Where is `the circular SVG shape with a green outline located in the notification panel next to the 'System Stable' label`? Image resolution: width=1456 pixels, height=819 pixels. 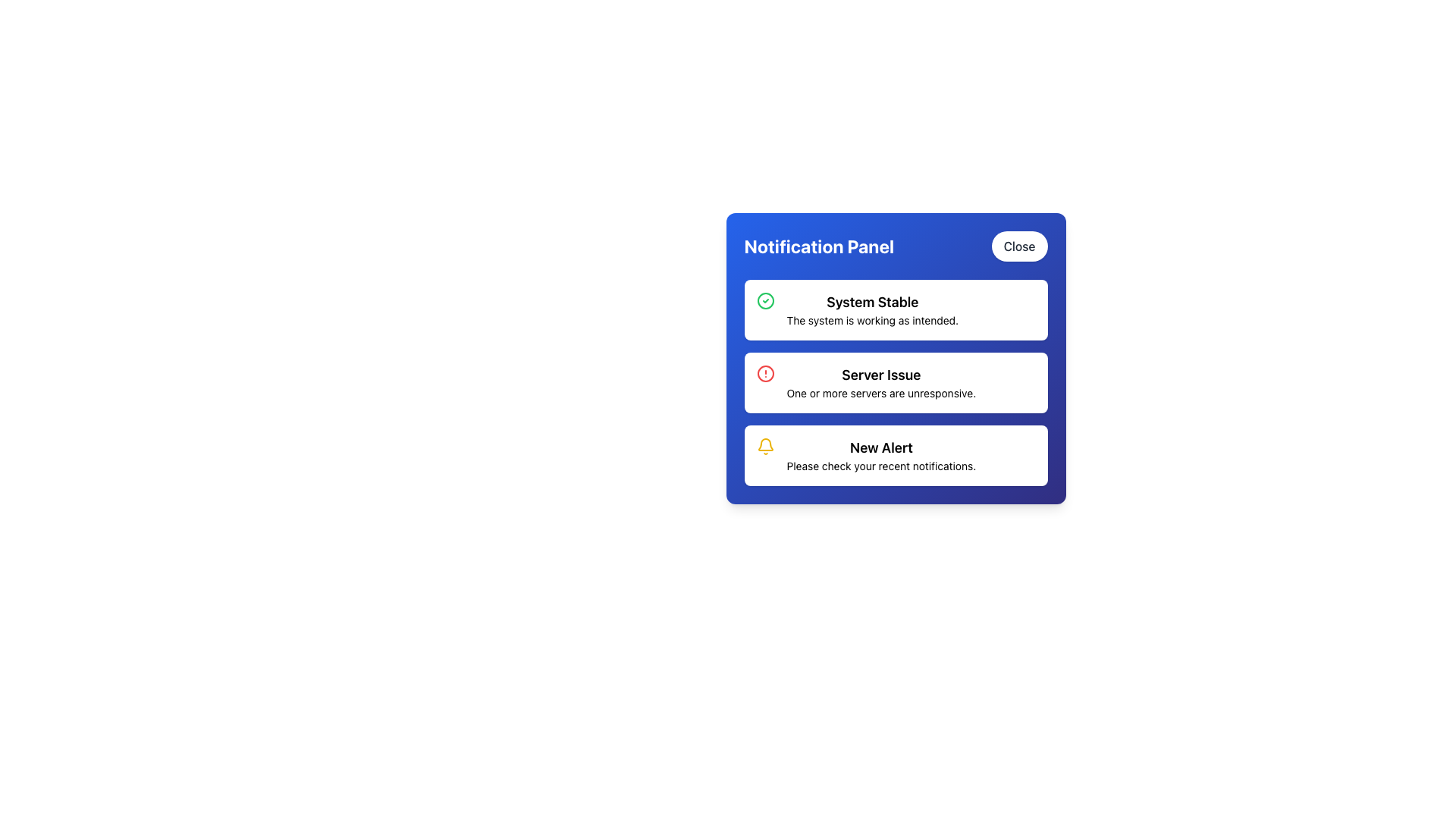
the circular SVG shape with a green outline located in the notification panel next to the 'System Stable' label is located at coordinates (765, 301).